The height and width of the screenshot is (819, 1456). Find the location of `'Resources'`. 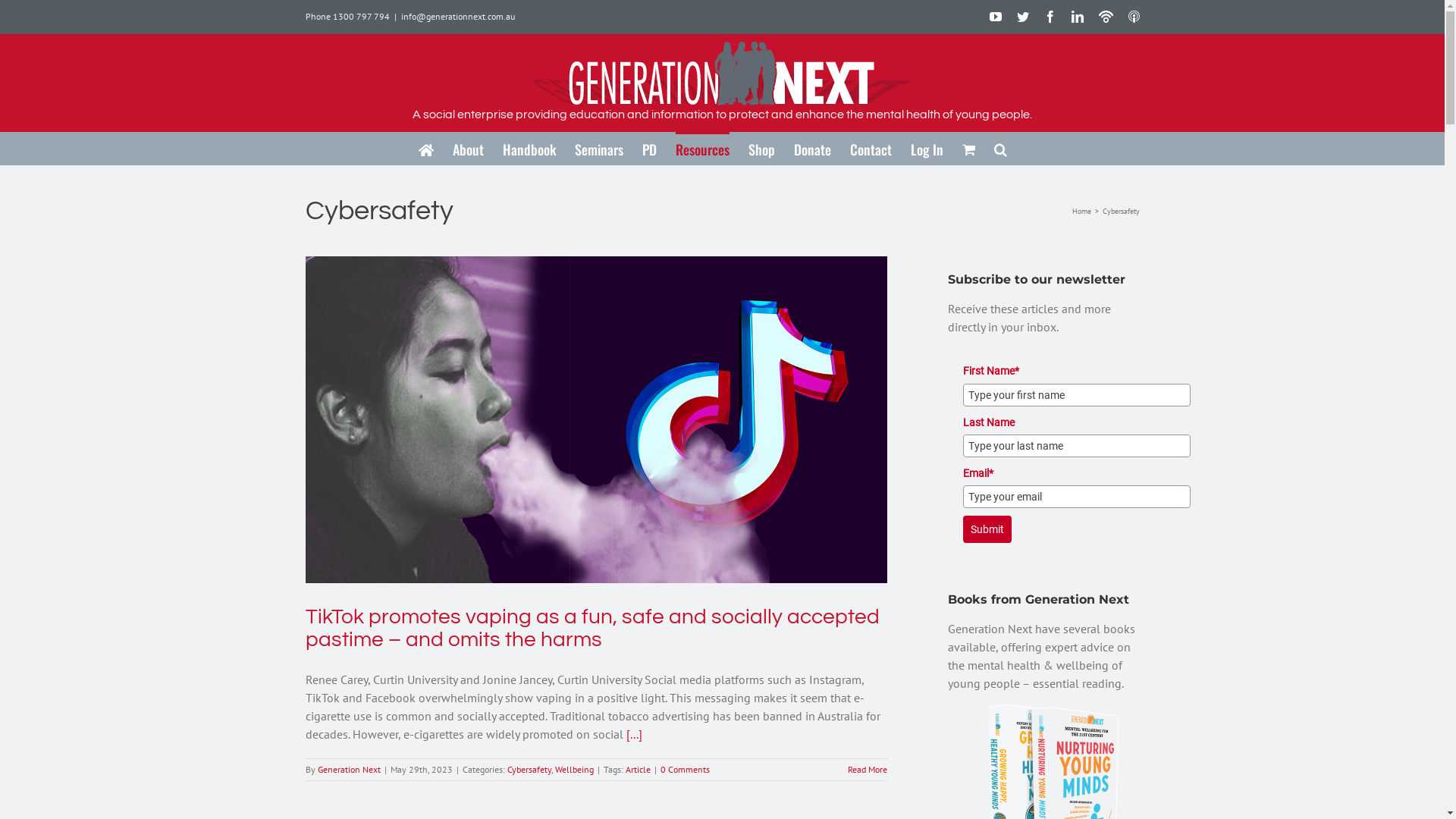

'Resources' is located at coordinates (701, 148).